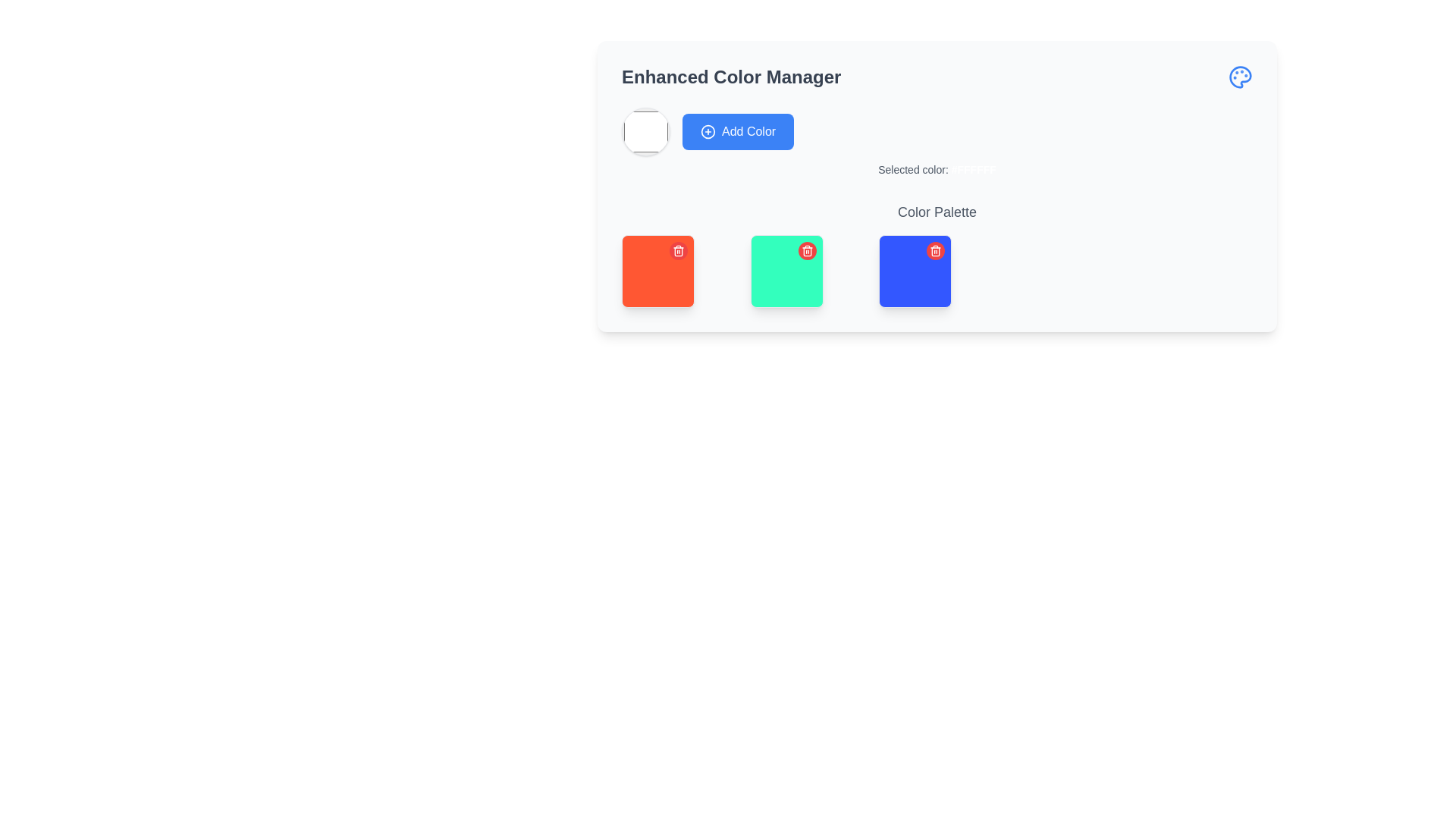 This screenshot has width=1456, height=819. I want to click on the delete button located in the top-right corner of the second color card (green) in the 'Color Palette' section, so click(806, 250).